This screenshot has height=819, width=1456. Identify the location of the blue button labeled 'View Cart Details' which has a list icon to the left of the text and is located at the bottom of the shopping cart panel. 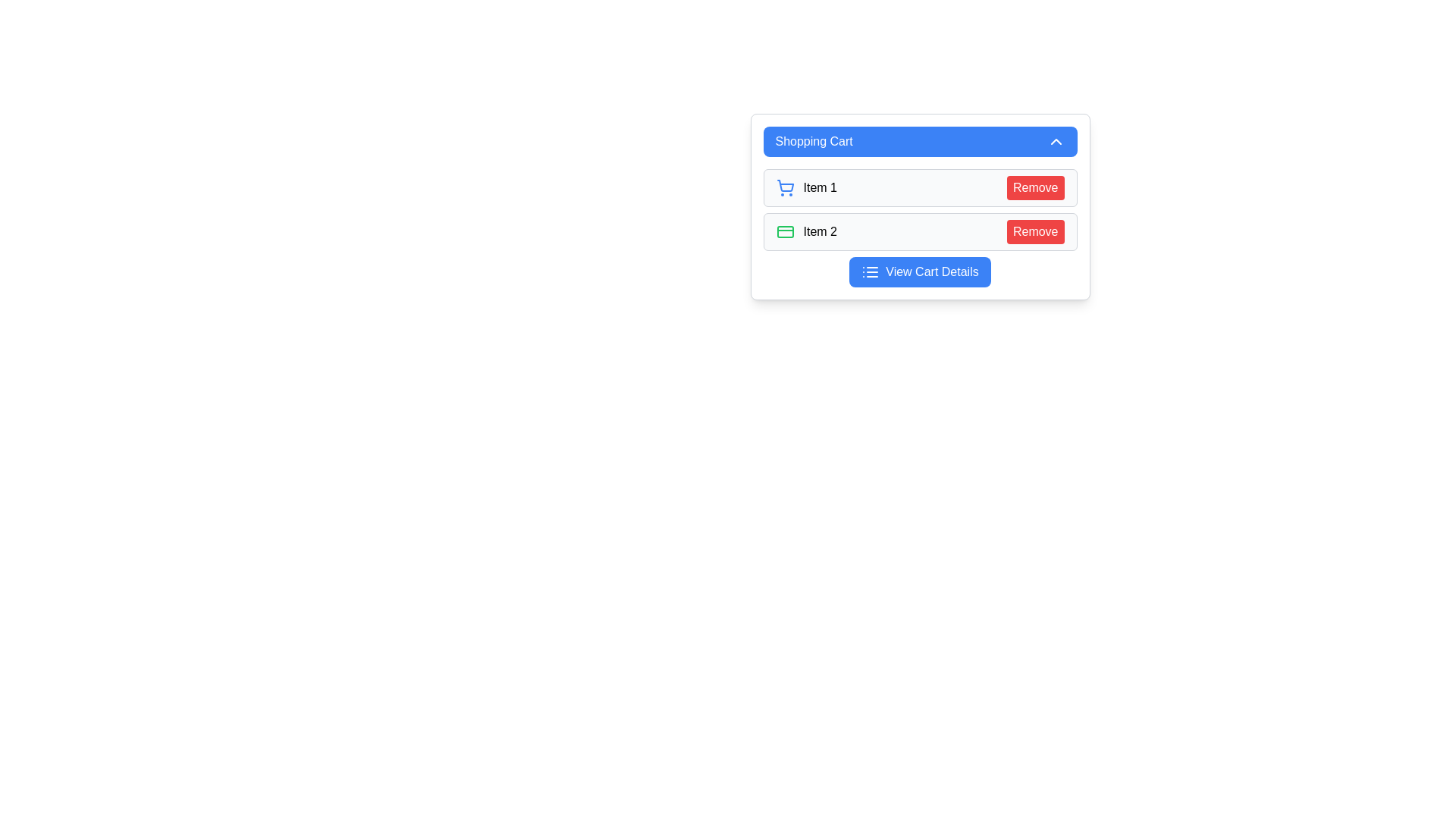
(919, 271).